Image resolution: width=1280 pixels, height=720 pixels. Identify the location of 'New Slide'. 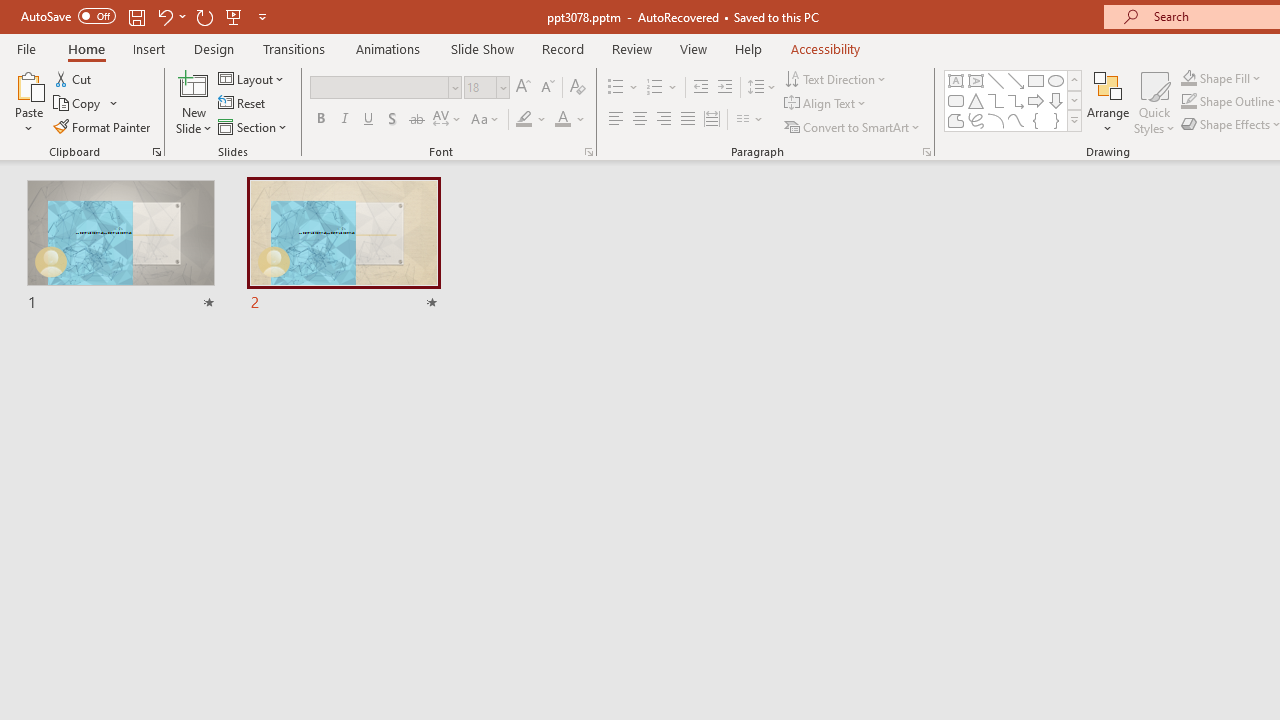
(193, 103).